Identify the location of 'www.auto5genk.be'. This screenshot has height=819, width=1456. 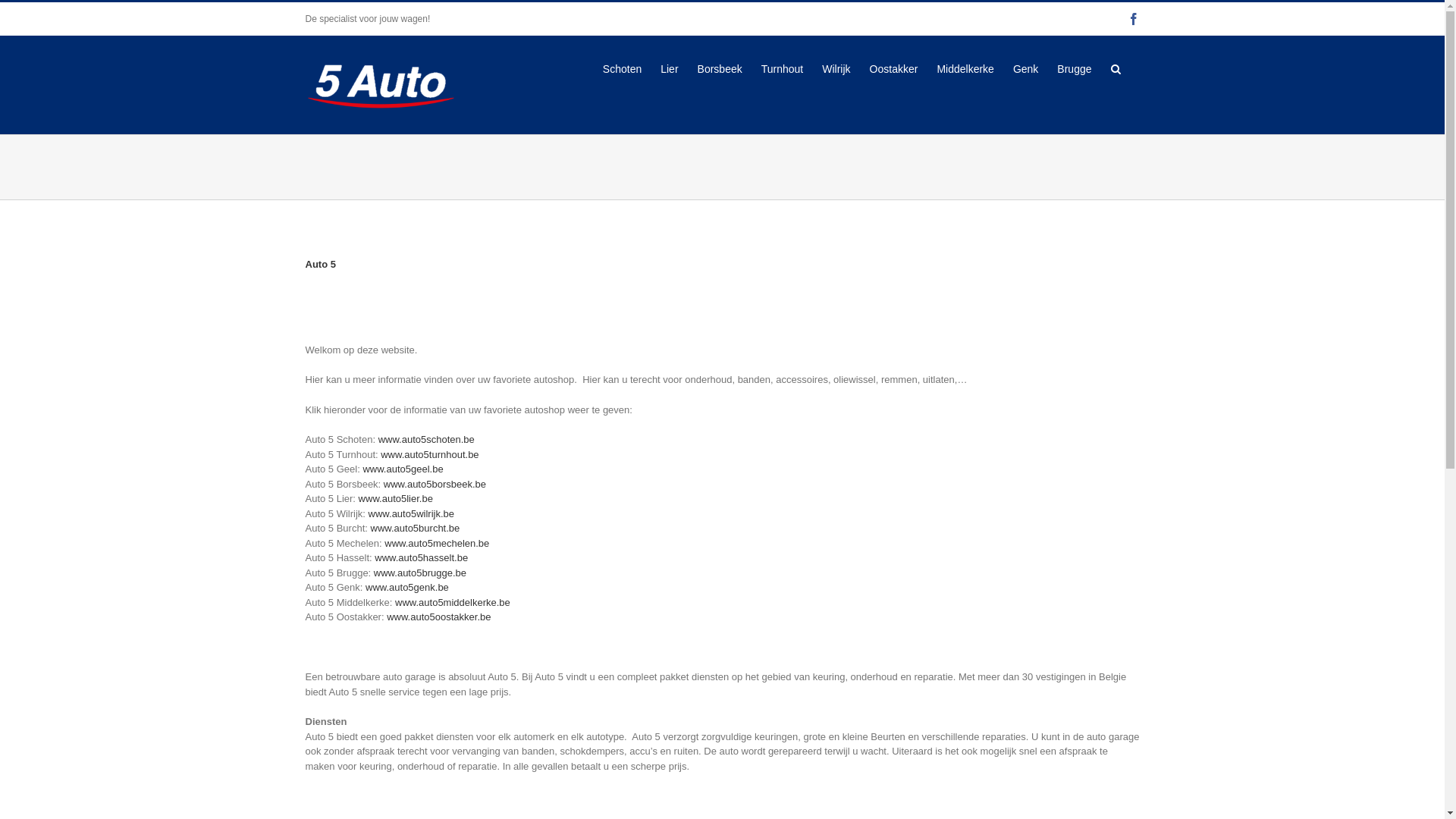
(365, 586).